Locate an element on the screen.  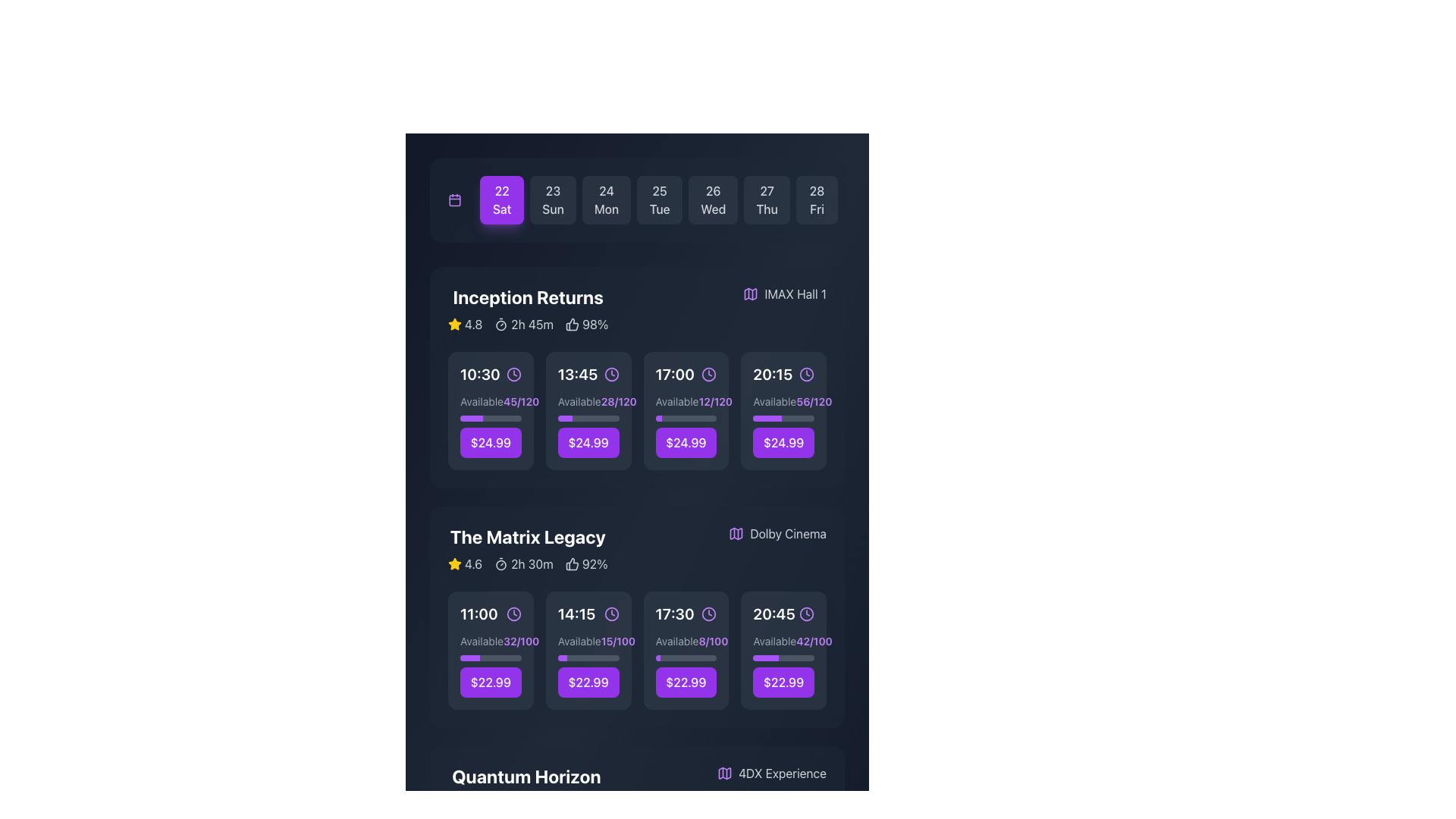
the purple clock icon with a clean, thin aesthetic, located adjacent to the '13:45' text in the second slot of the 'Inception Returns' schedule row is located at coordinates (611, 374).